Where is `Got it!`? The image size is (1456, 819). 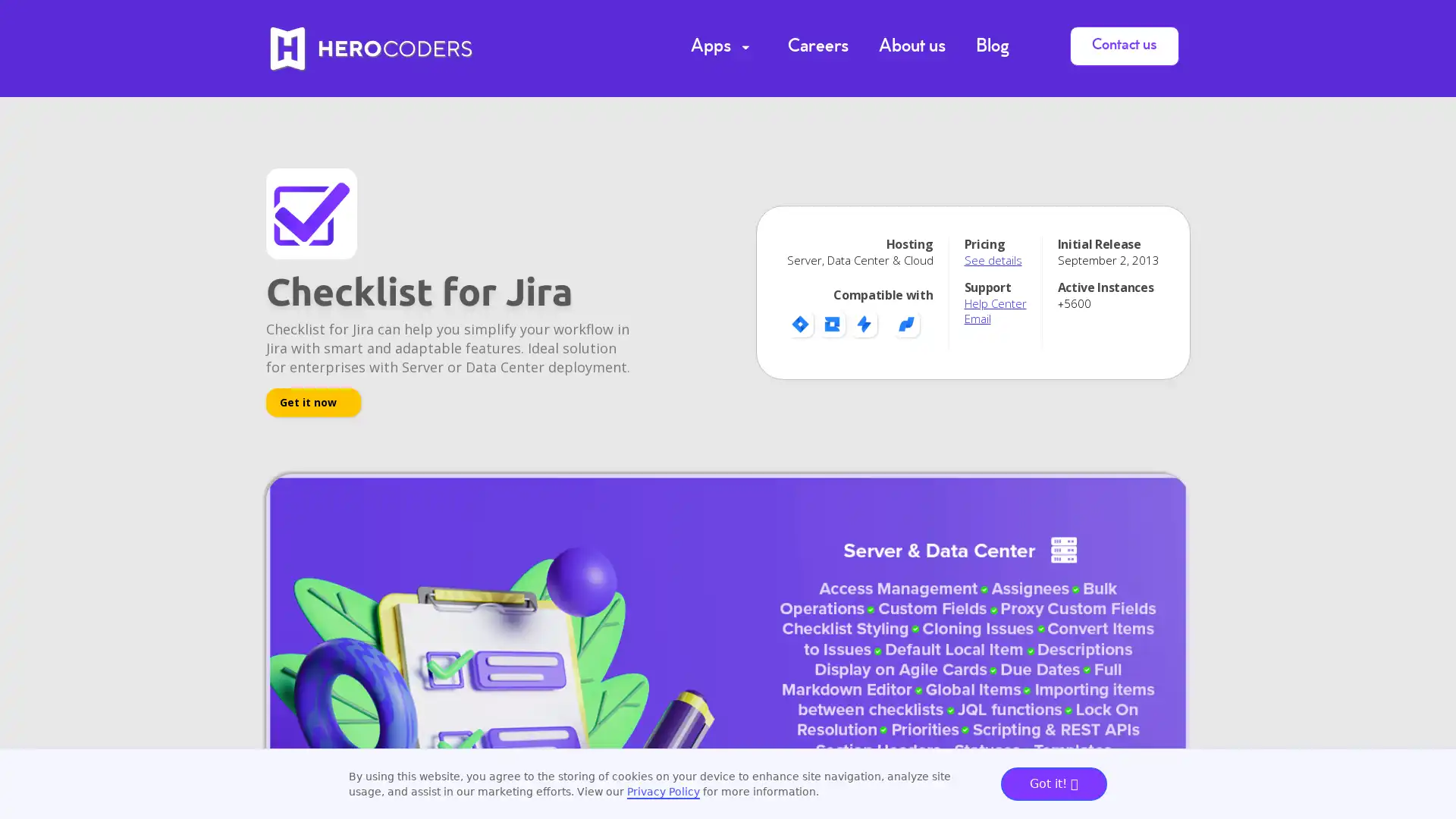 Got it! is located at coordinates (1053, 783).